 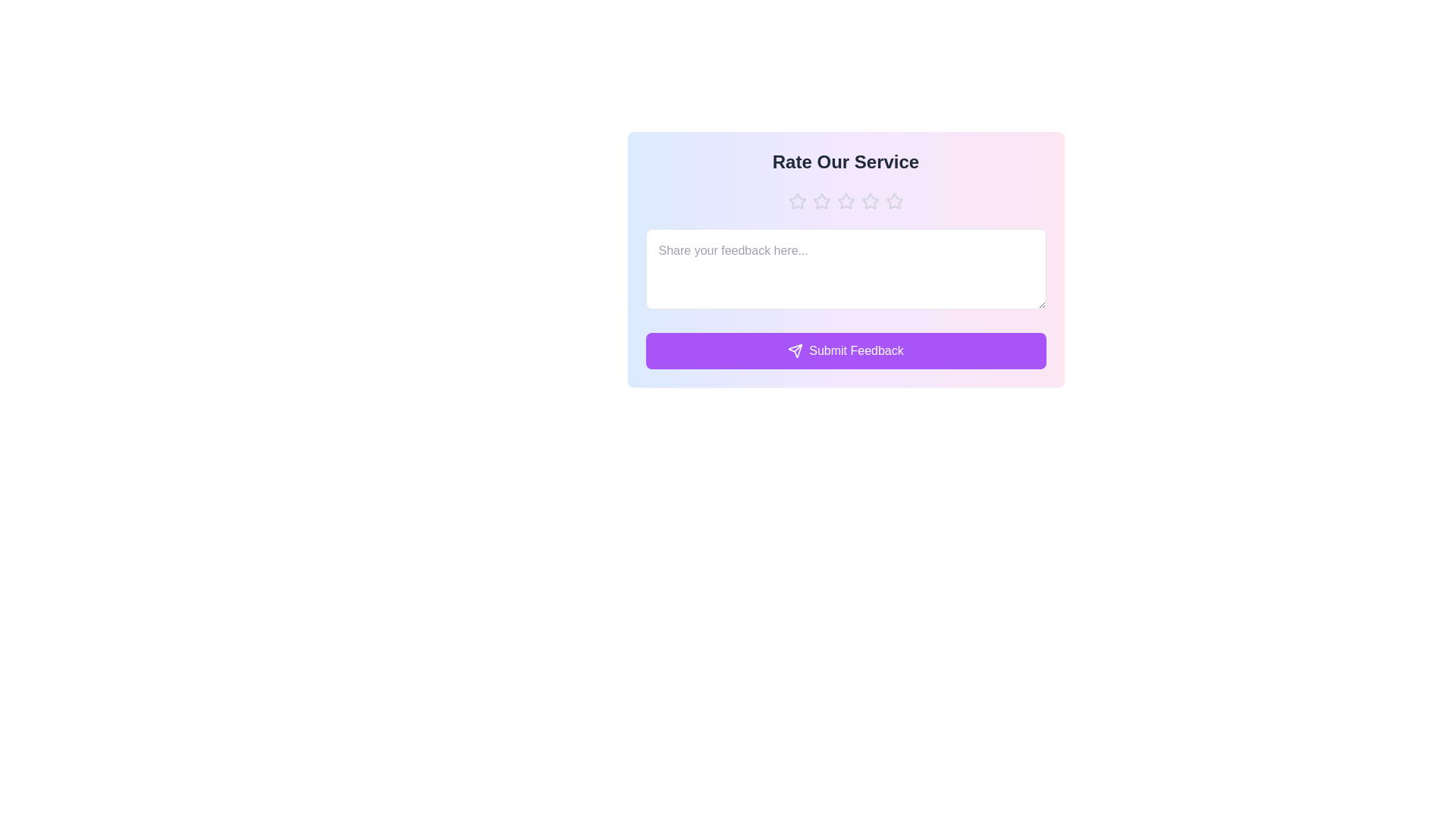 What do you see at coordinates (845, 350) in the screenshot?
I see `'Submit Feedback' button to submit the feedback` at bounding box center [845, 350].